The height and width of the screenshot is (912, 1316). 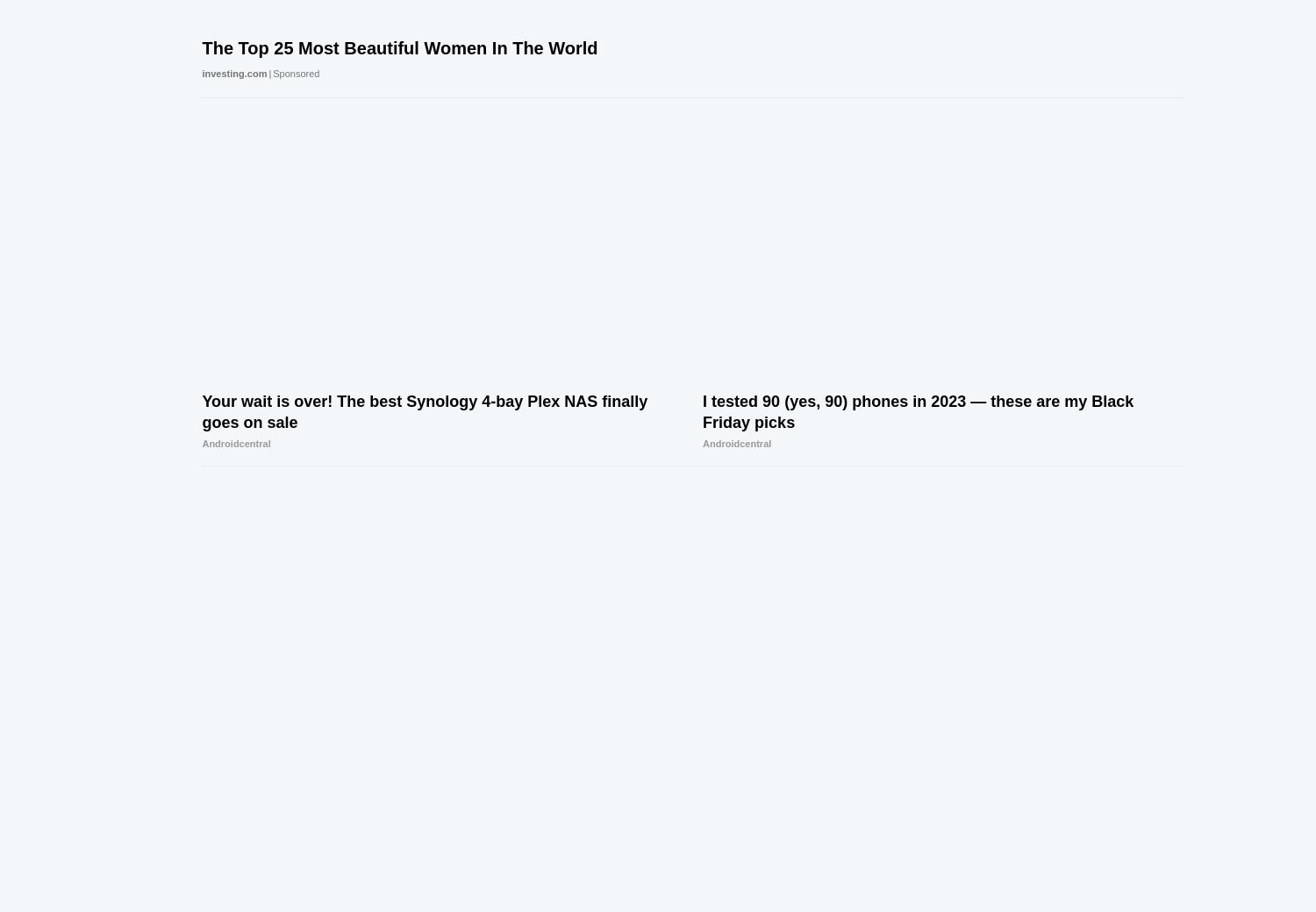 What do you see at coordinates (526, 891) in the screenshot?
I see `'Cookies Policies'` at bounding box center [526, 891].